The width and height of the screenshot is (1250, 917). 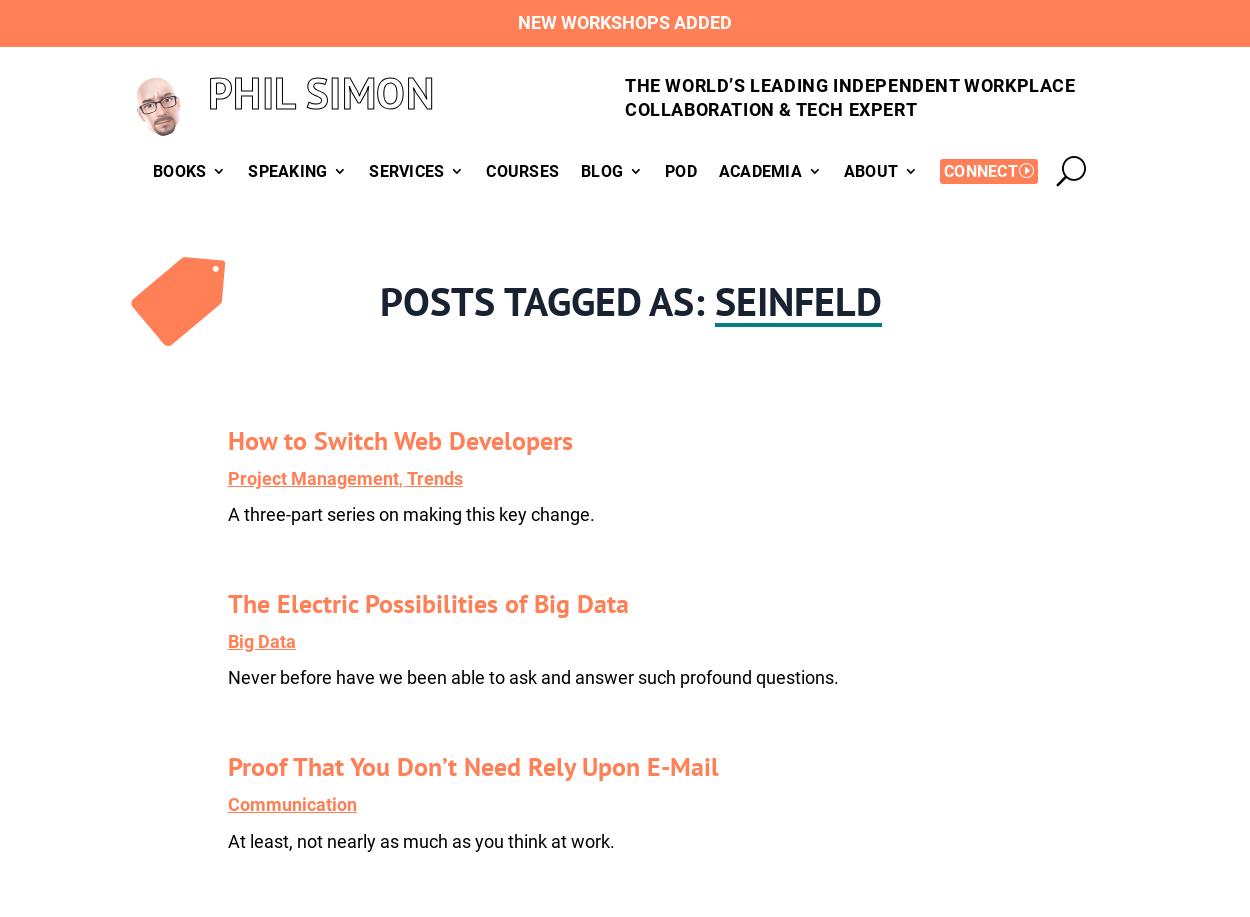 I want to click on 'Big Data', so click(x=261, y=639).